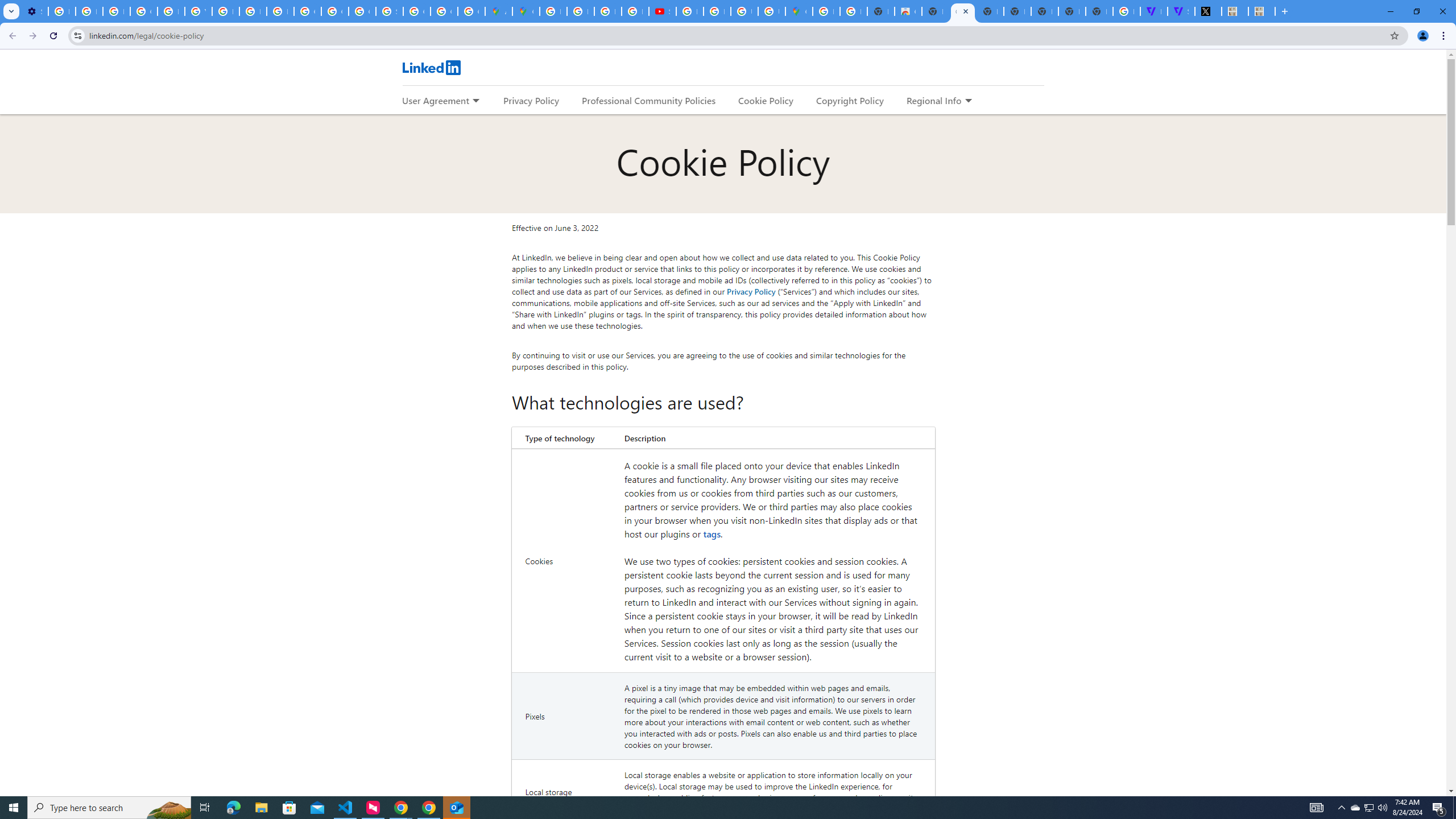 This screenshot has width=1456, height=819. I want to click on 'Reload', so click(53, 35).